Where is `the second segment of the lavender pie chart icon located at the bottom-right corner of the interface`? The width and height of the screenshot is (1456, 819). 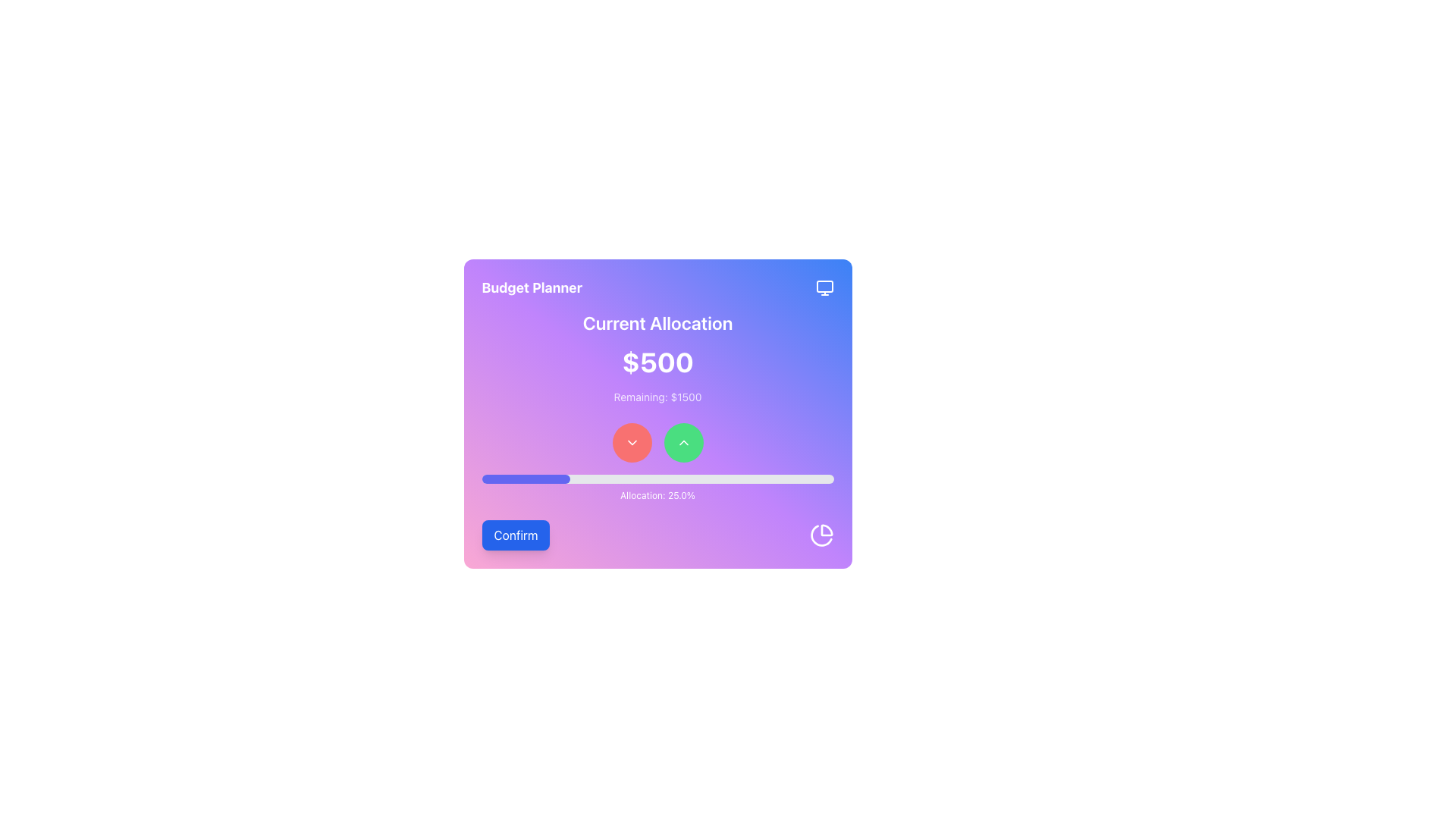 the second segment of the lavender pie chart icon located at the bottom-right corner of the interface is located at coordinates (820, 535).